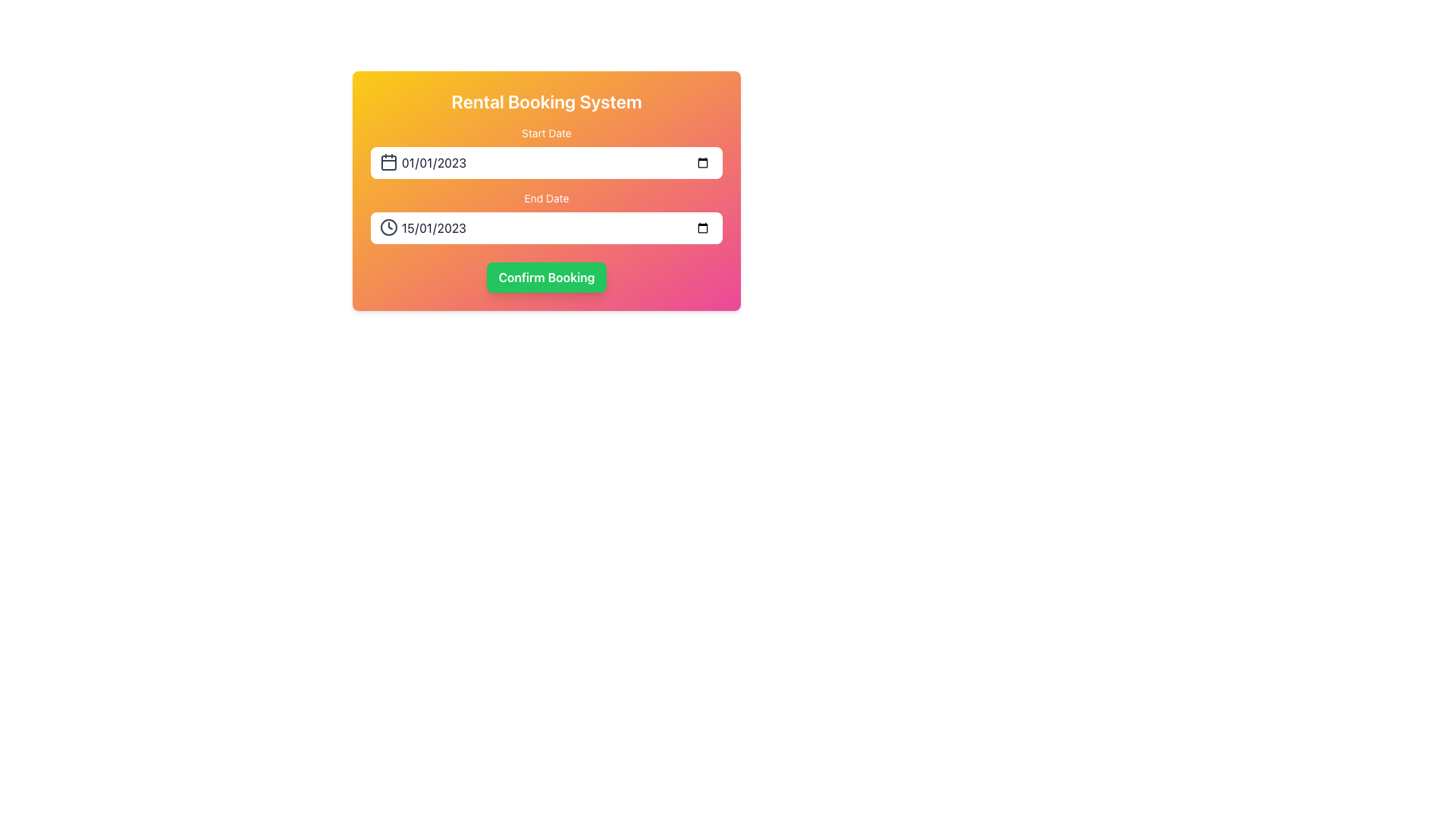 The width and height of the screenshot is (1456, 819). What do you see at coordinates (546, 198) in the screenshot?
I see `the 'End Date' text label which is styled in a small font and positioned above the date selection input field, to trigger any associated hover effects` at bounding box center [546, 198].